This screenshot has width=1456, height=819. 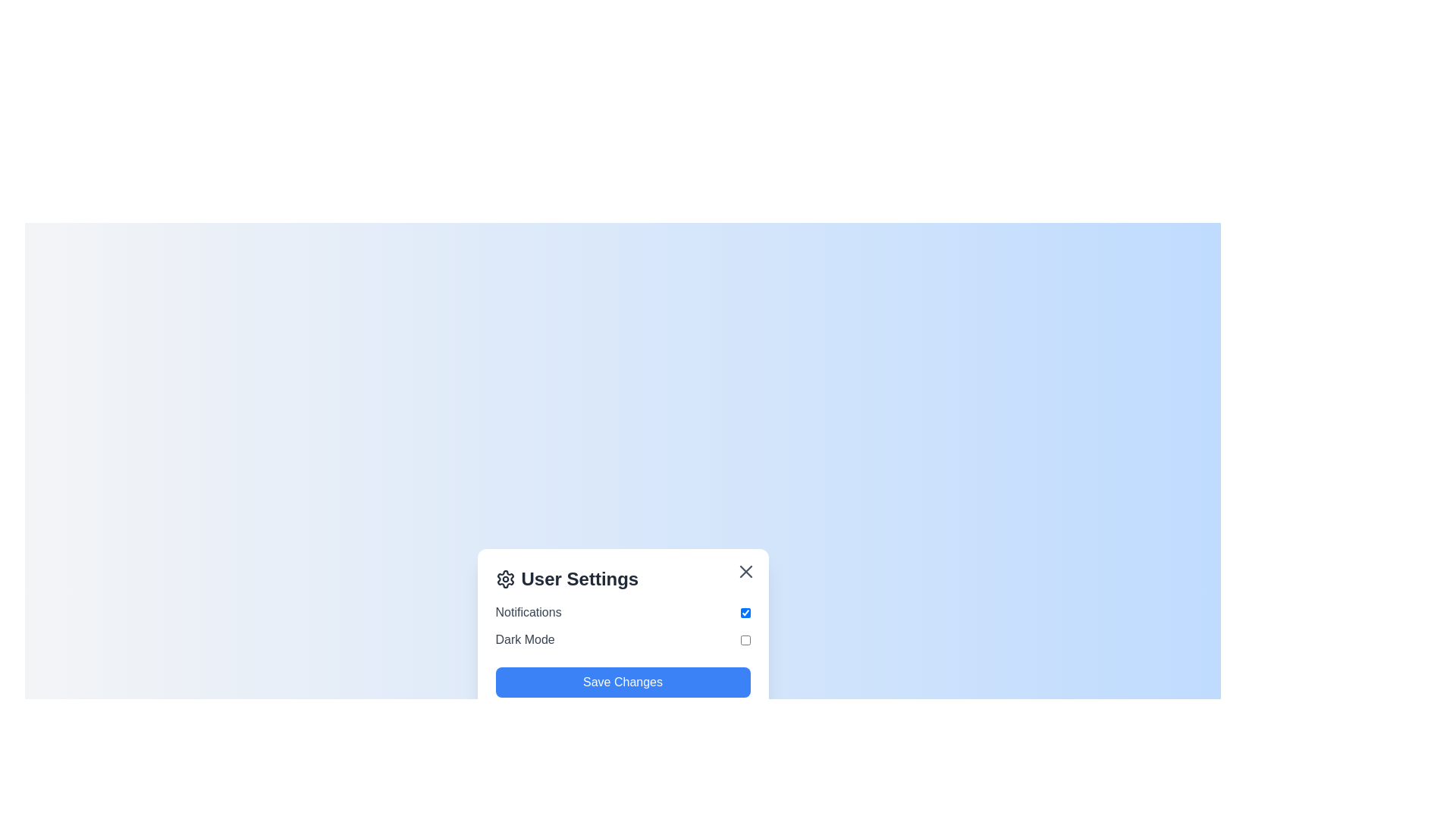 I want to click on the notification preference toggle to change its state, so click(x=745, y=611).